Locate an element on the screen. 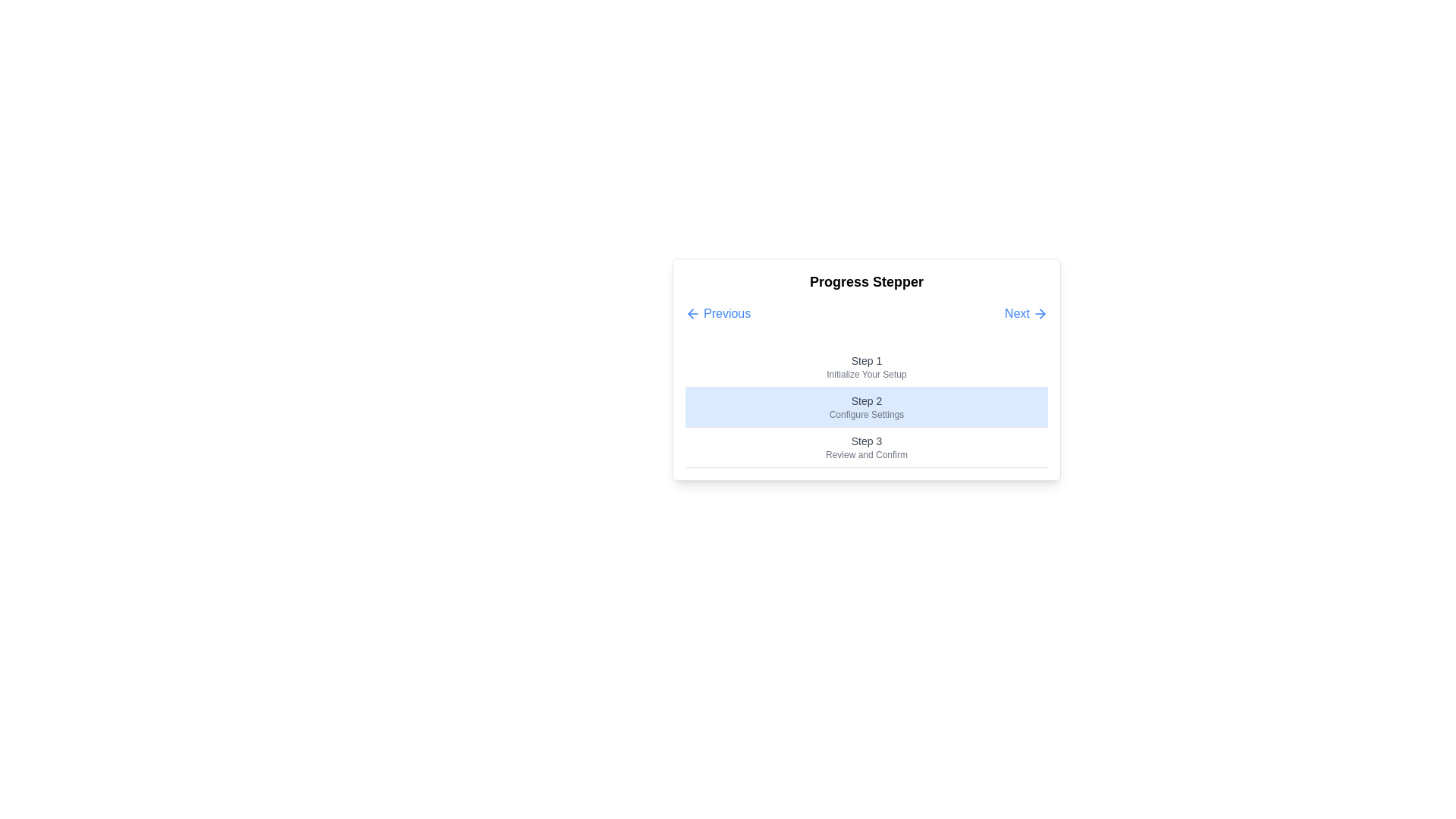 This screenshot has height=819, width=1456. the 'Step 1' text label, which indicates the first step in a multi-step process, located at the top of the interface is located at coordinates (866, 360).